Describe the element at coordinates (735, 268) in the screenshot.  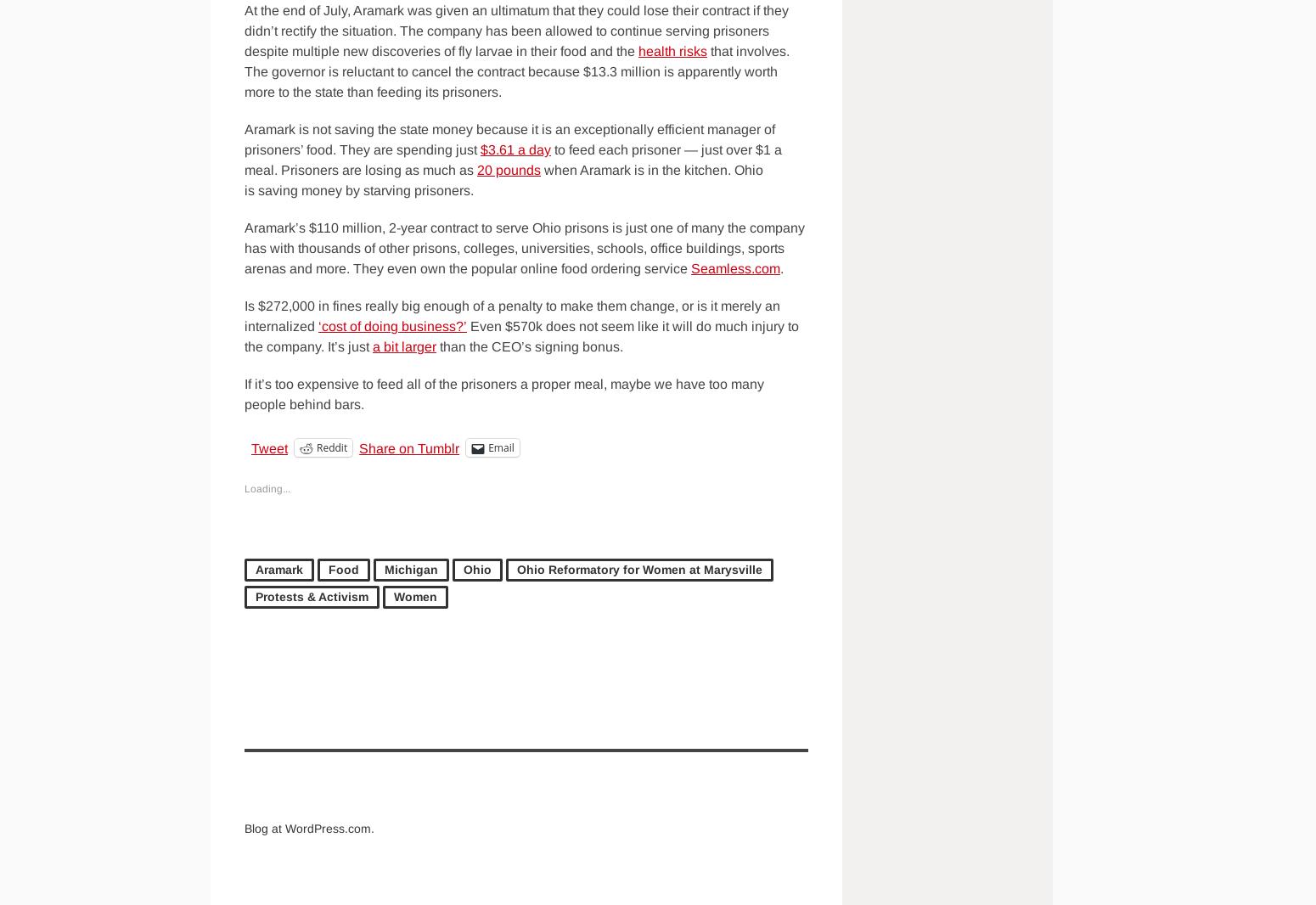
I see `'Seamless.com'` at that location.